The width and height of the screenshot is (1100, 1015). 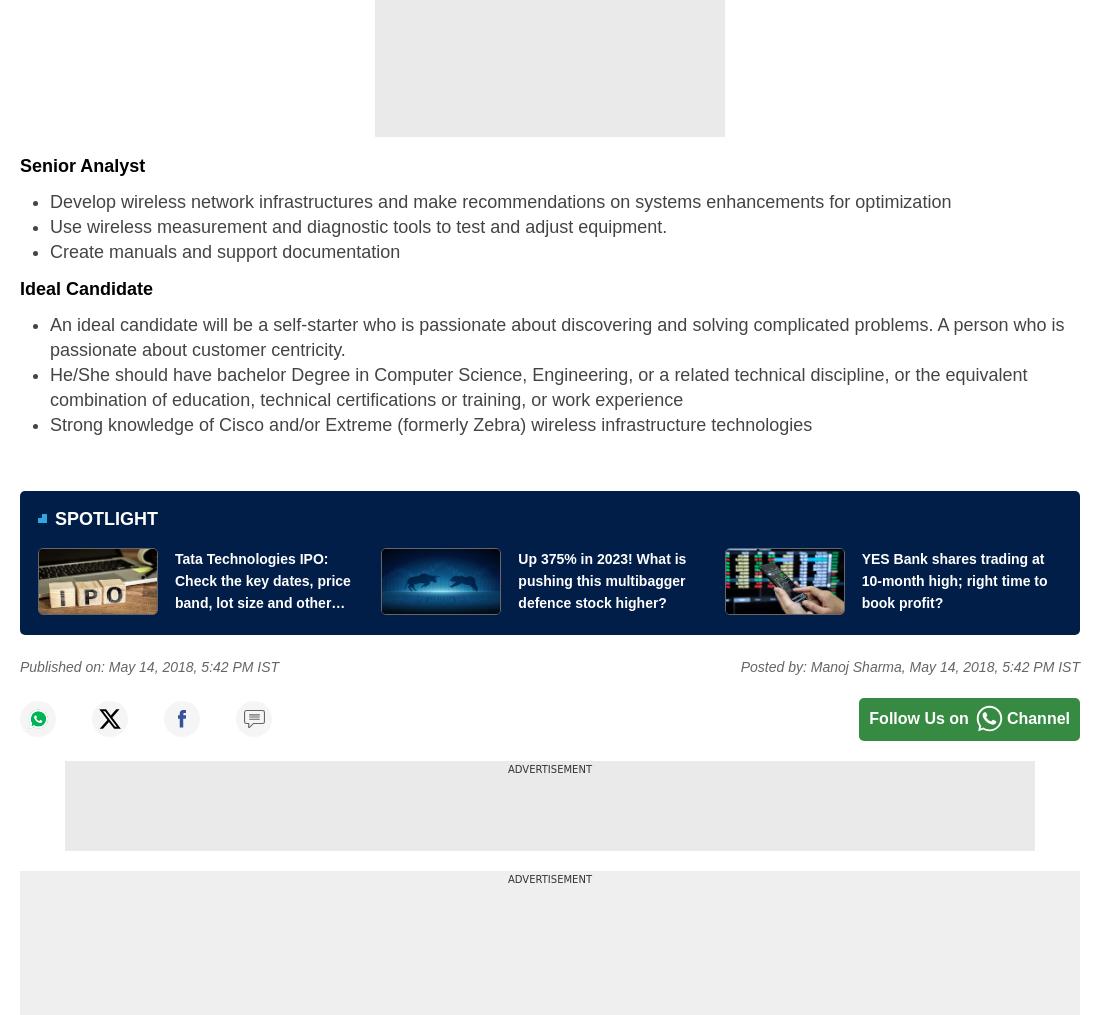 I want to click on 'Up 375% in 2023! What is pushing this multibagger defence stock higher?', so click(x=601, y=579).